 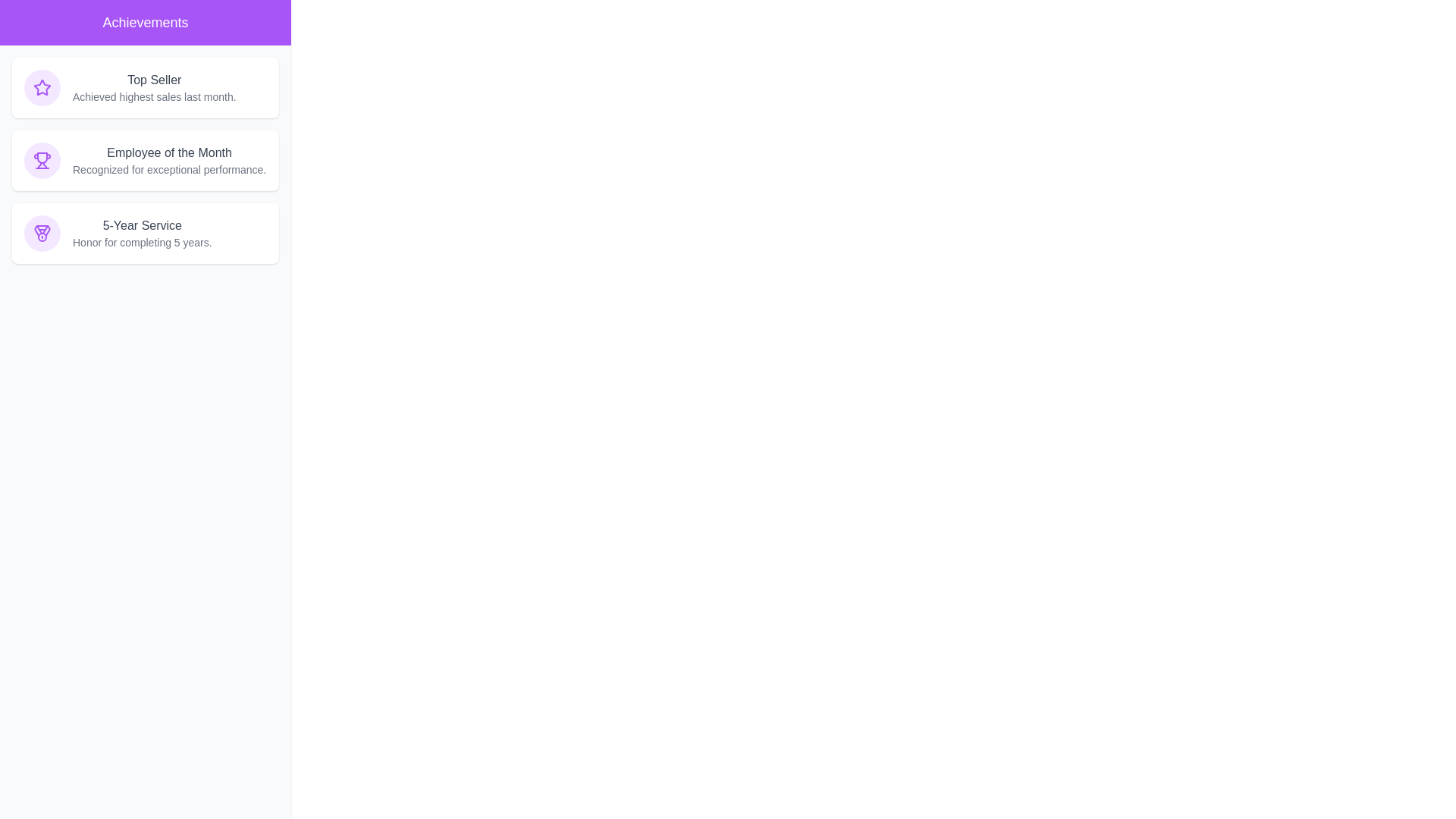 I want to click on the icon associated with 5-Year Service, so click(x=42, y=234).